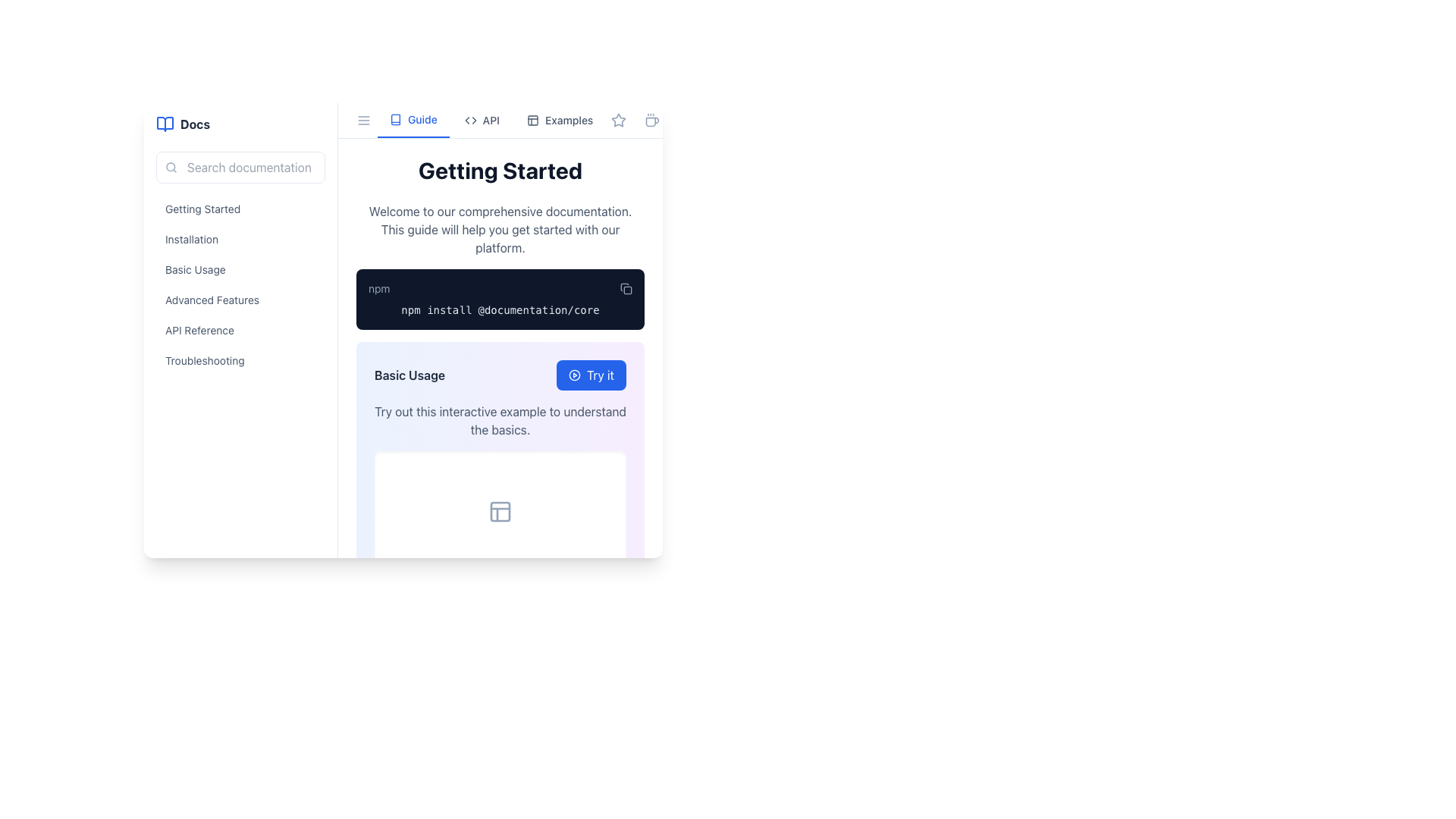 This screenshot has height=819, width=1456. Describe the element at coordinates (626, 289) in the screenshot. I see `the icon button located in the top-right corner of the dark background rectangle containing the text 'npm'` at that location.